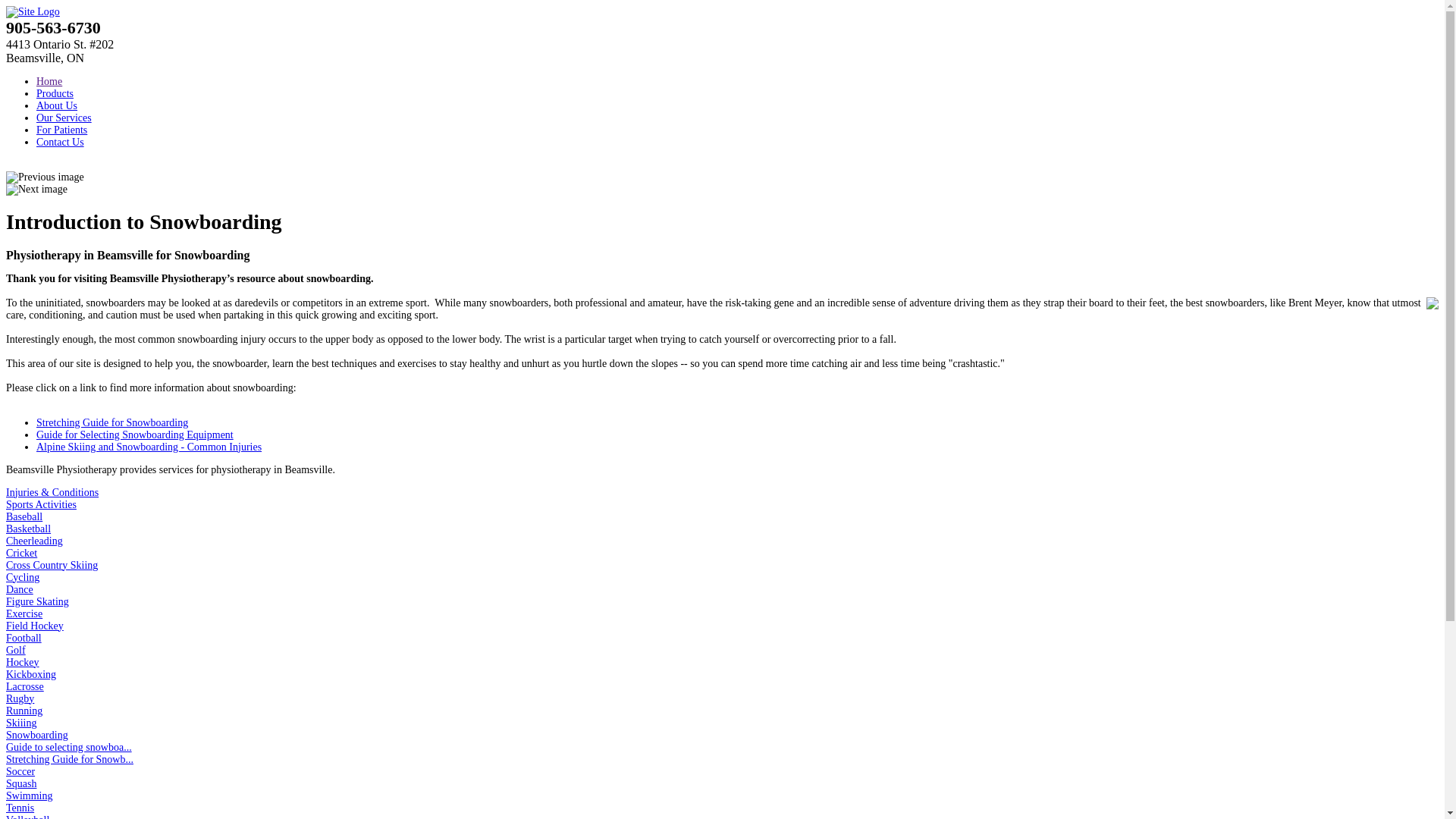 This screenshot has width=1456, height=819. I want to click on 'Hockey', so click(22, 661).